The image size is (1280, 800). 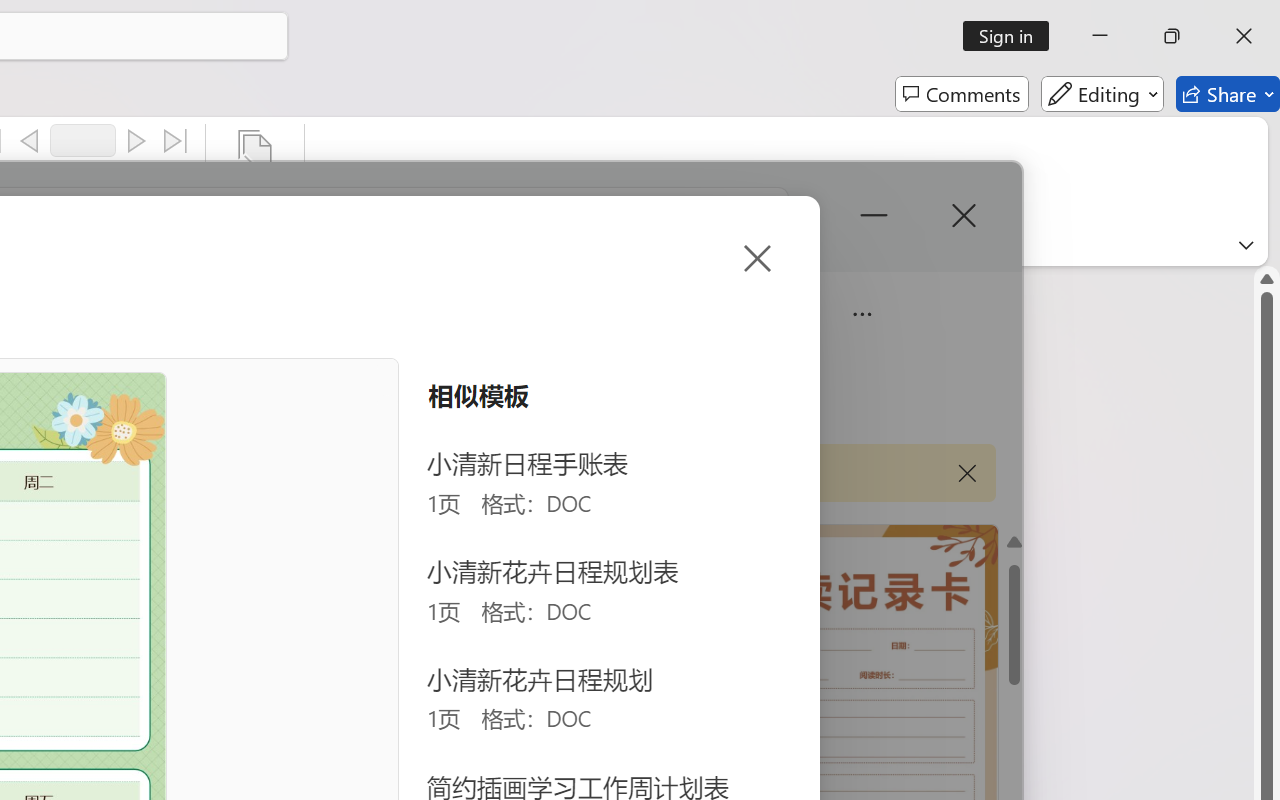 I want to click on 'Editing', so click(x=1101, y=94).